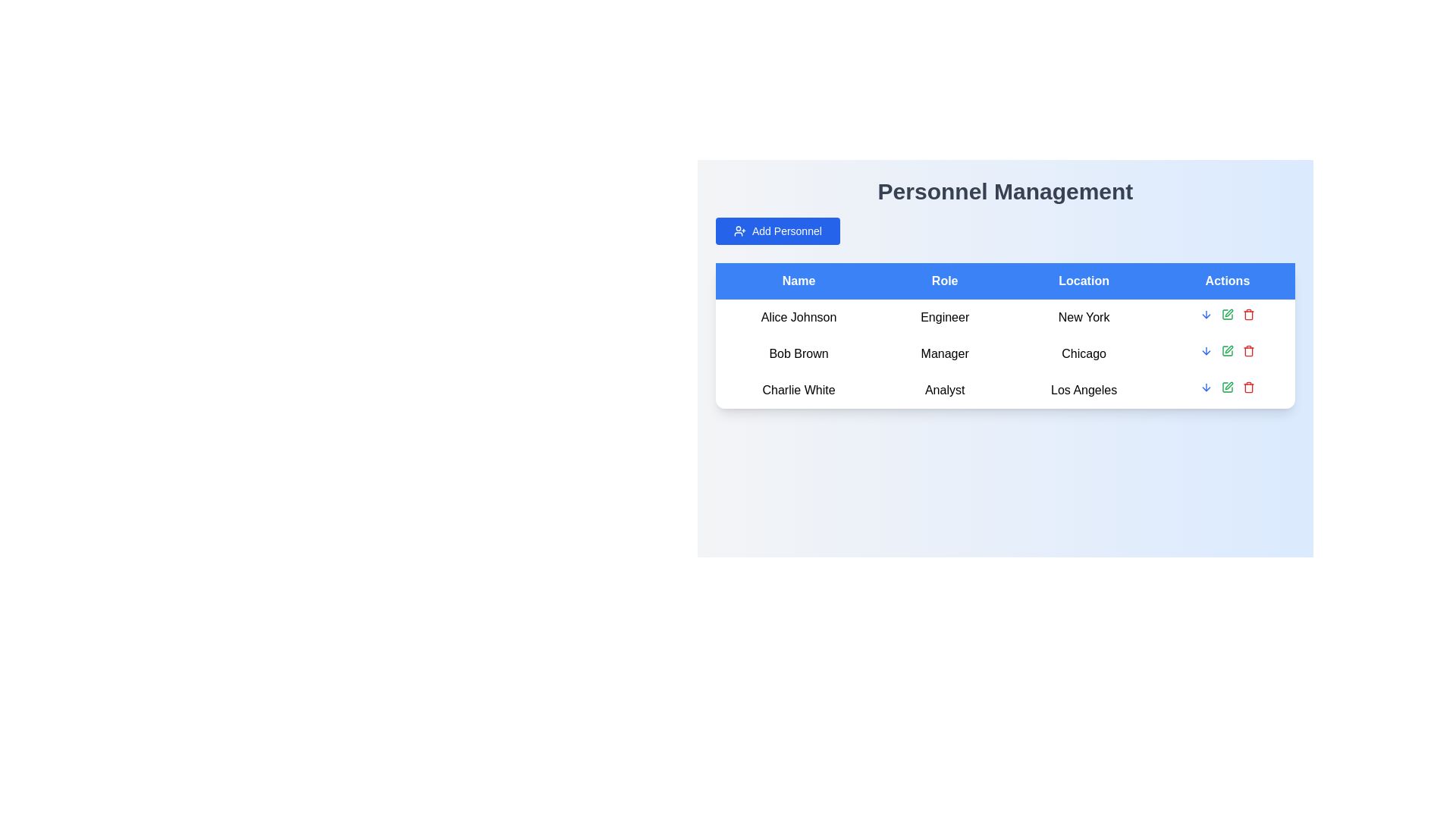 The height and width of the screenshot is (819, 1456). Describe the element at coordinates (798, 281) in the screenshot. I see `the 'Name' label, which is the first header in a blue rectangular block with white text, located in the top-left section of the table header area` at that location.